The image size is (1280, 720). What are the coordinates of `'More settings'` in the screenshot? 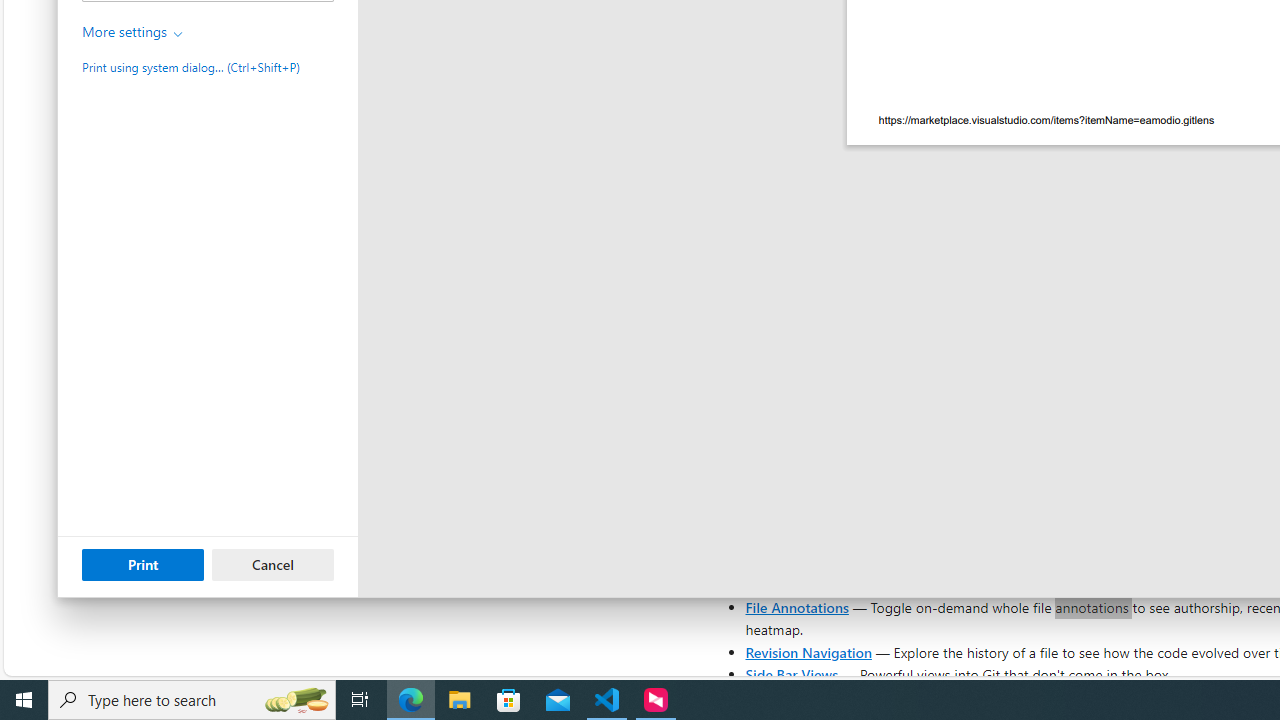 It's located at (132, 32).